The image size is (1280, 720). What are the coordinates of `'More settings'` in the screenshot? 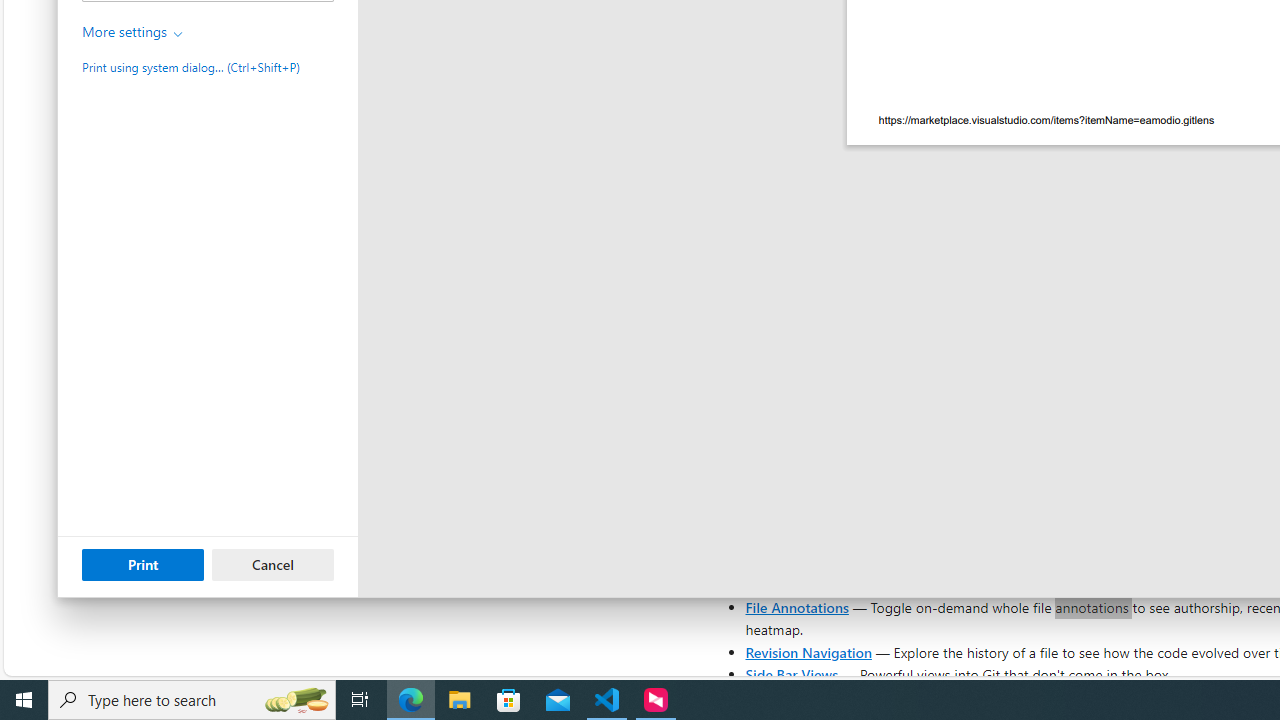 It's located at (132, 32).